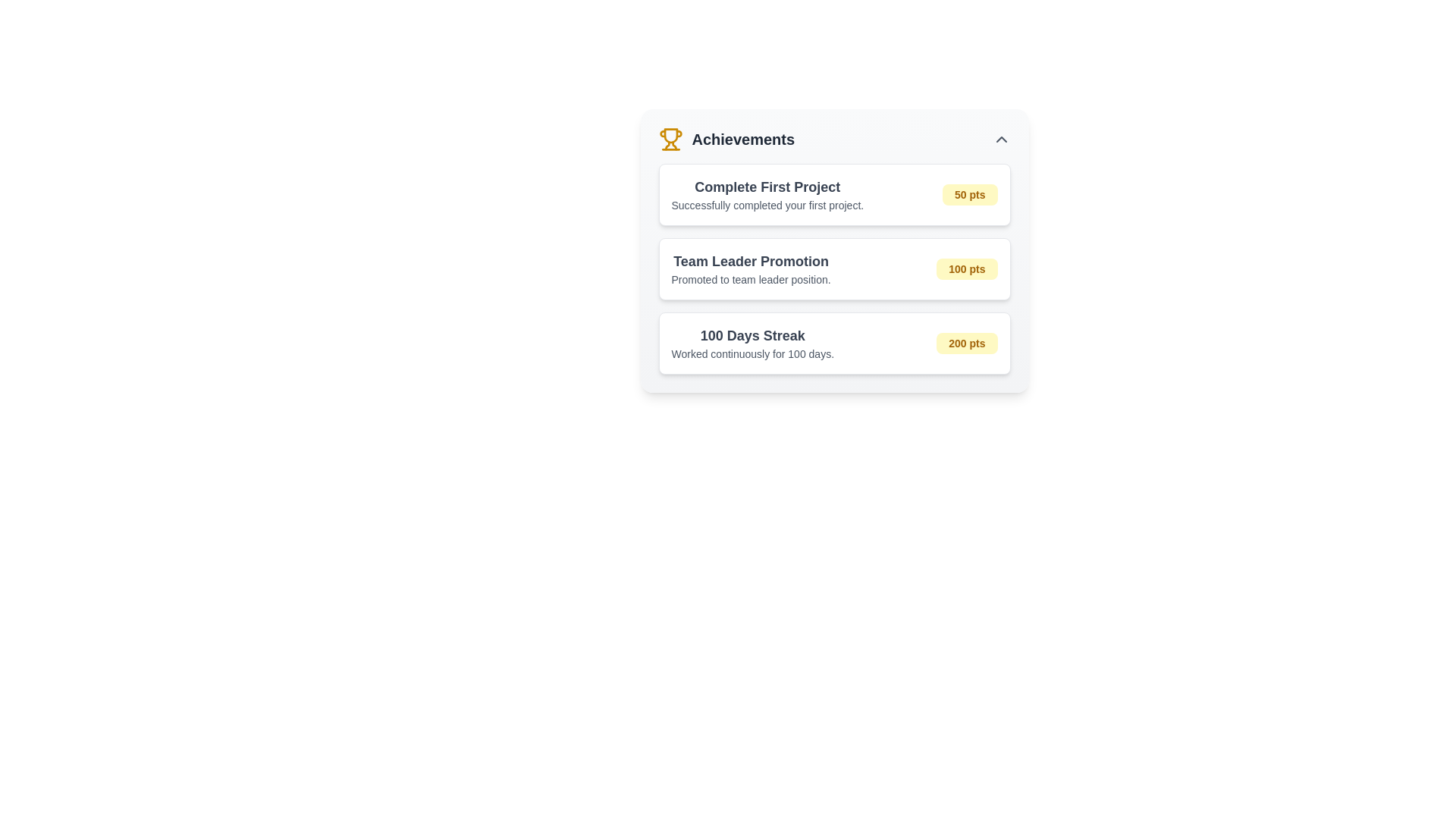 Image resolution: width=1456 pixels, height=819 pixels. Describe the element at coordinates (1001, 140) in the screenshot. I see `the chevron icon in the top-right corner of the 'Achievements' section` at that location.